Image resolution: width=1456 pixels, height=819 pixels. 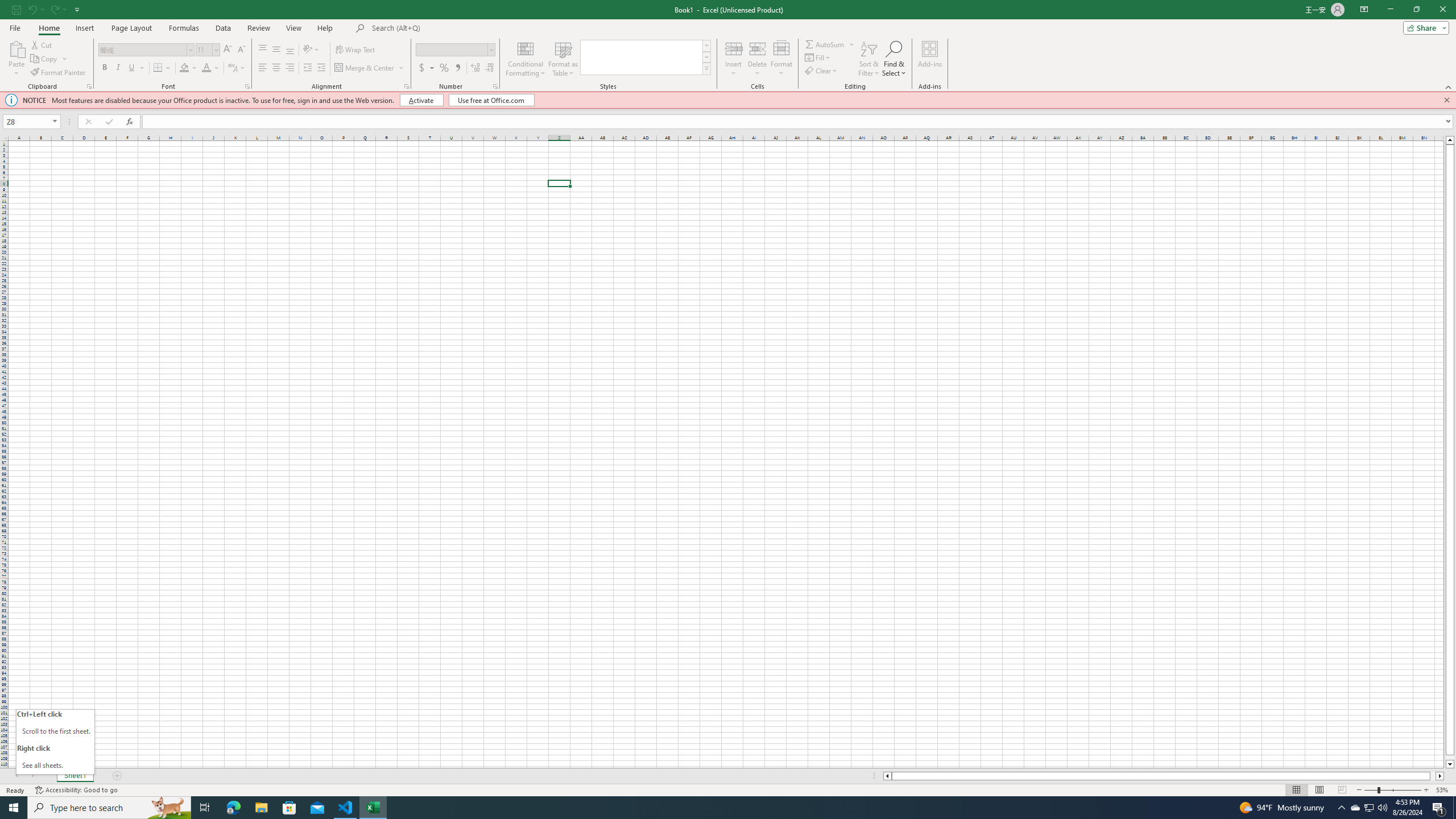 I want to click on 'Underline', so click(x=136, y=67).